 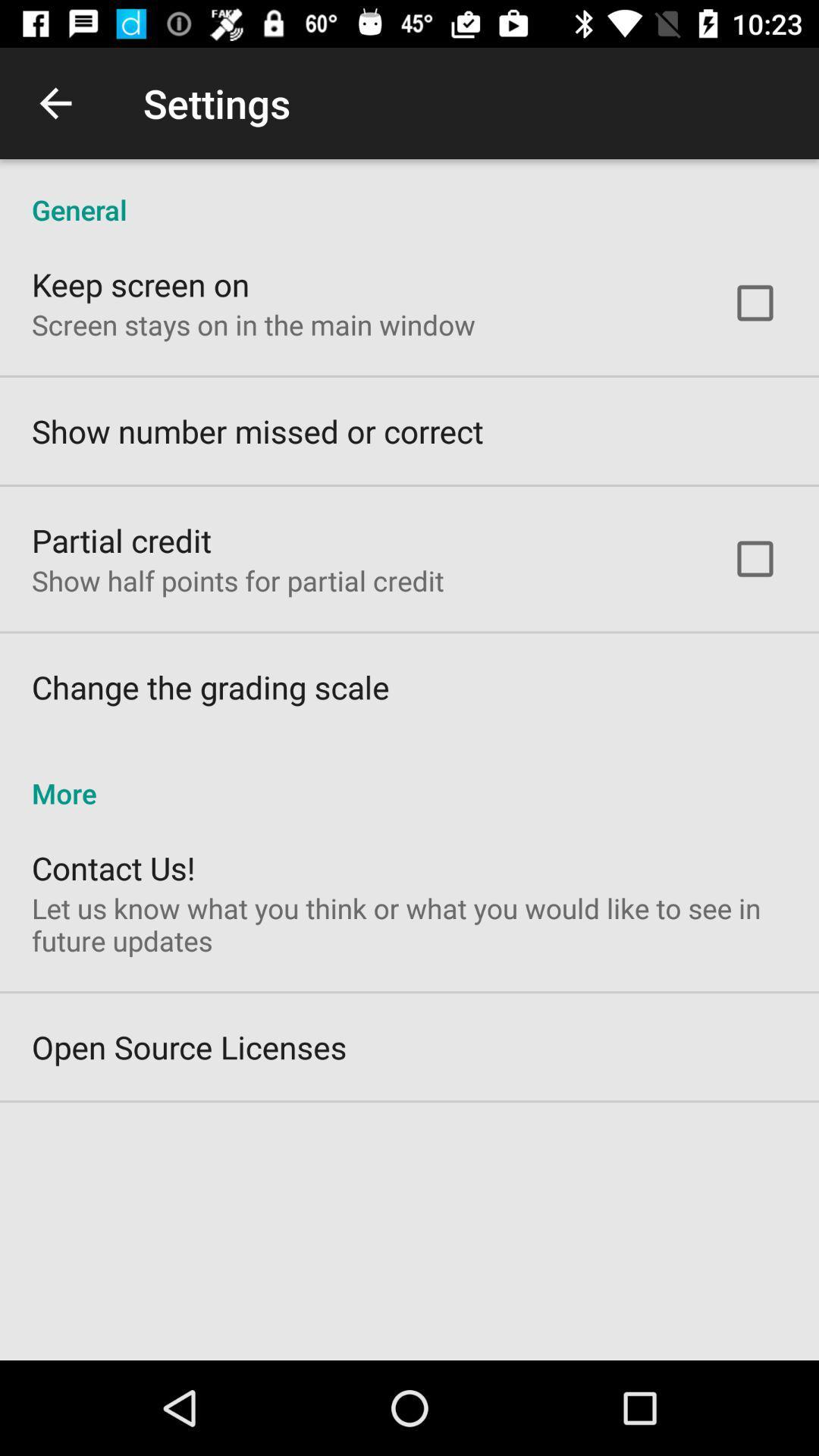 What do you see at coordinates (210, 686) in the screenshot?
I see `item above more` at bounding box center [210, 686].